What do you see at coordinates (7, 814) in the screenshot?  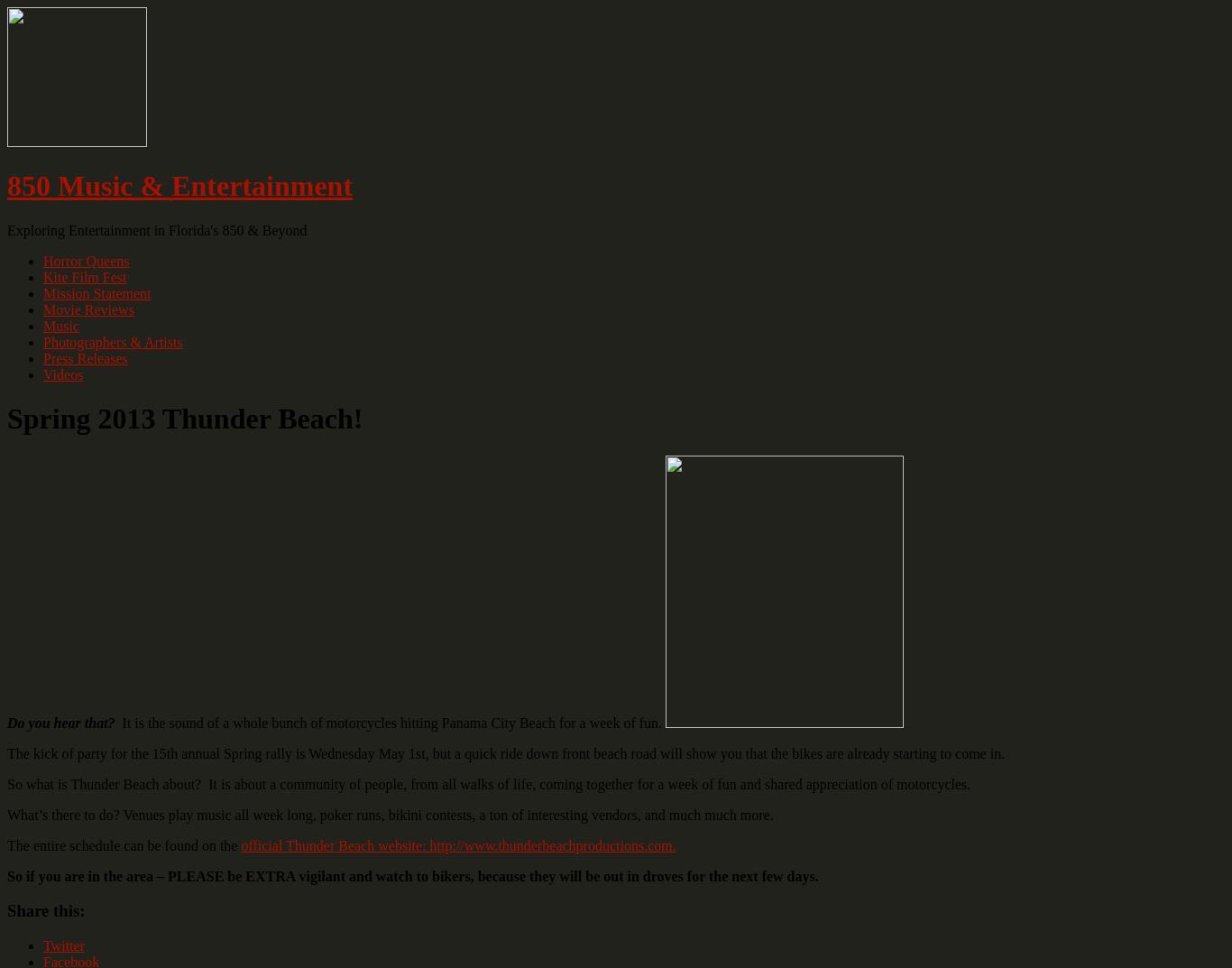 I see `'What’s there to do? Venues play music all week long, poker runs, bikini contests, a ton of interesting vendors, and much much more.'` at bounding box center [7, 814].